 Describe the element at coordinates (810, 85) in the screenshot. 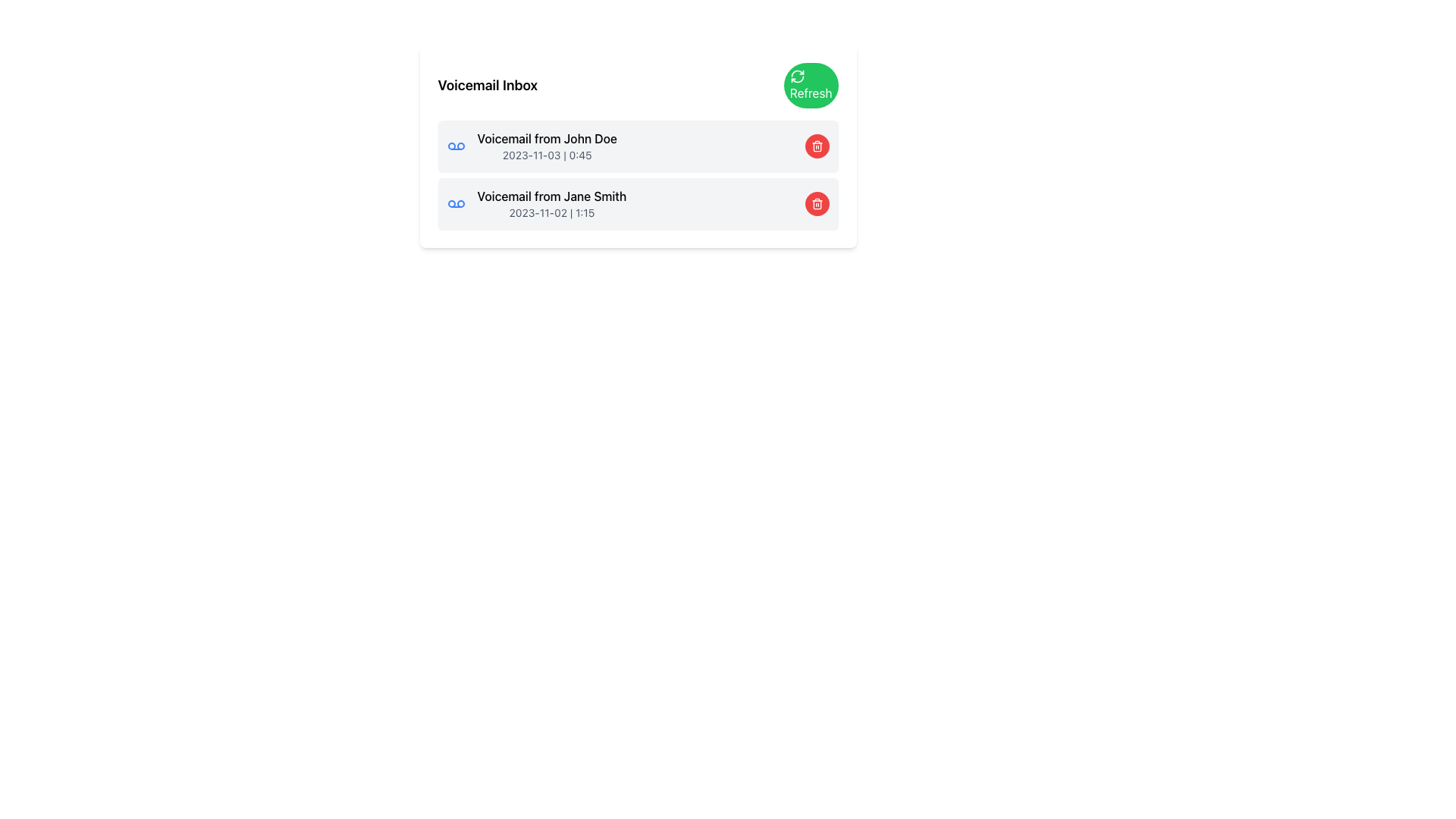

I see `the refresh button located in the top-right corner of the voicemail inbox section, which updates the content of the voicemail inbox` at that location.